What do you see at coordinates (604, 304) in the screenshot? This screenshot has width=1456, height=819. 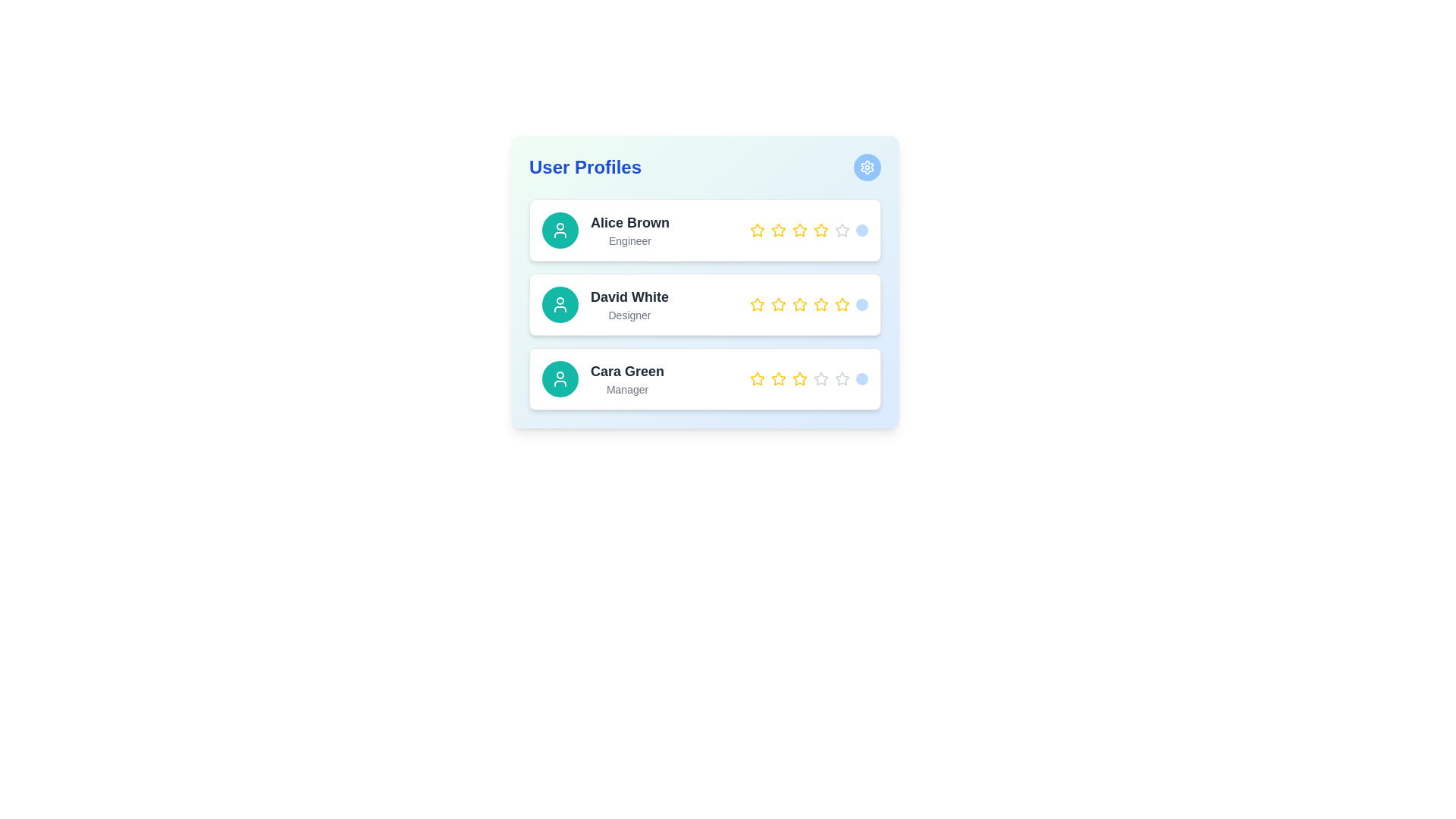 I see `the second profile item in the user profiles list, which displays 'David White' as the name and 'Designer' as the role` at bounding box center [604, 304].